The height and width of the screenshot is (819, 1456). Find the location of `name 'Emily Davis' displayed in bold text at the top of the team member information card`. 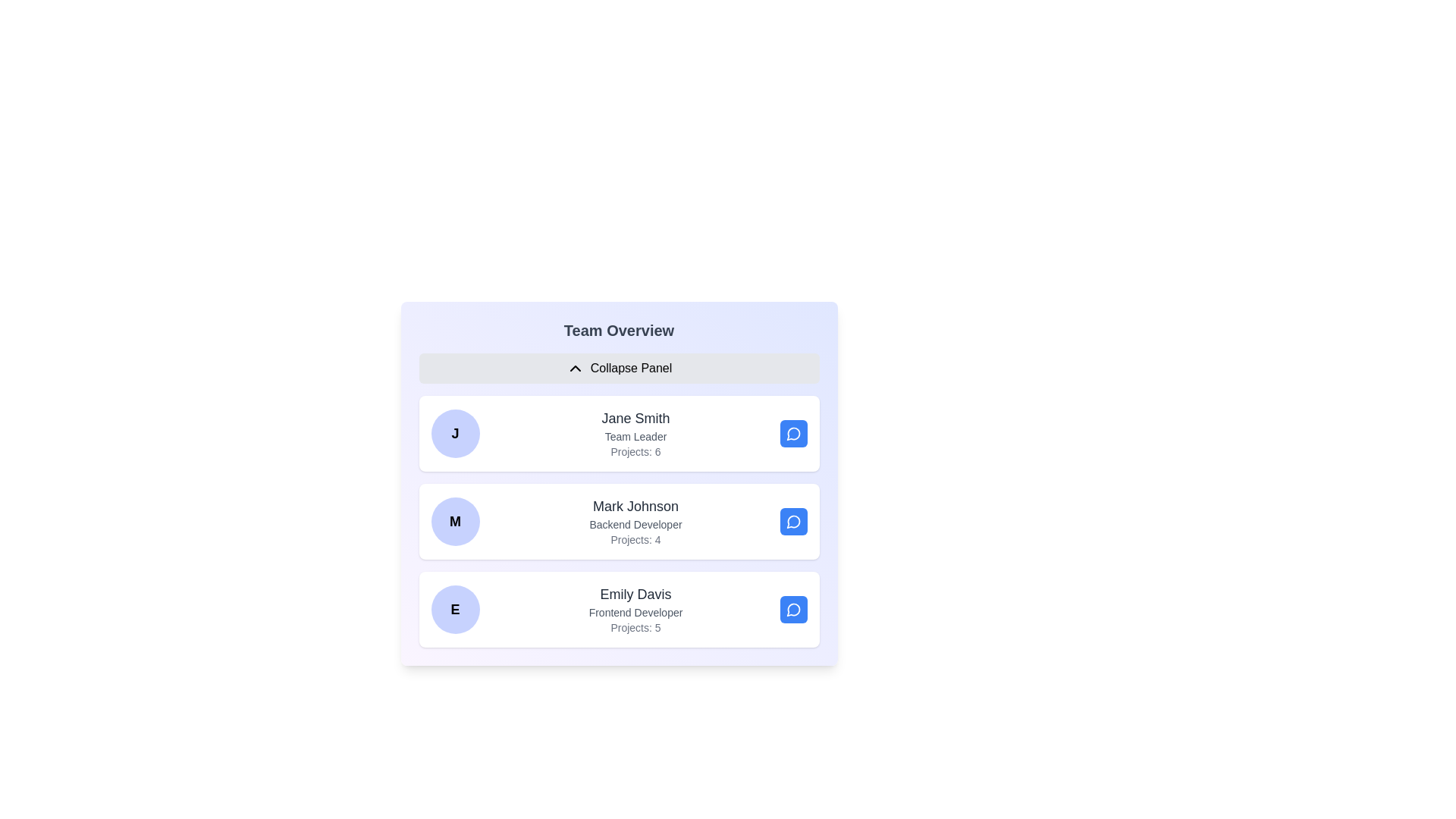

name 'Emily Davis' displayed in bold text at the top of the team member information card is located at coordinates (635, 593).